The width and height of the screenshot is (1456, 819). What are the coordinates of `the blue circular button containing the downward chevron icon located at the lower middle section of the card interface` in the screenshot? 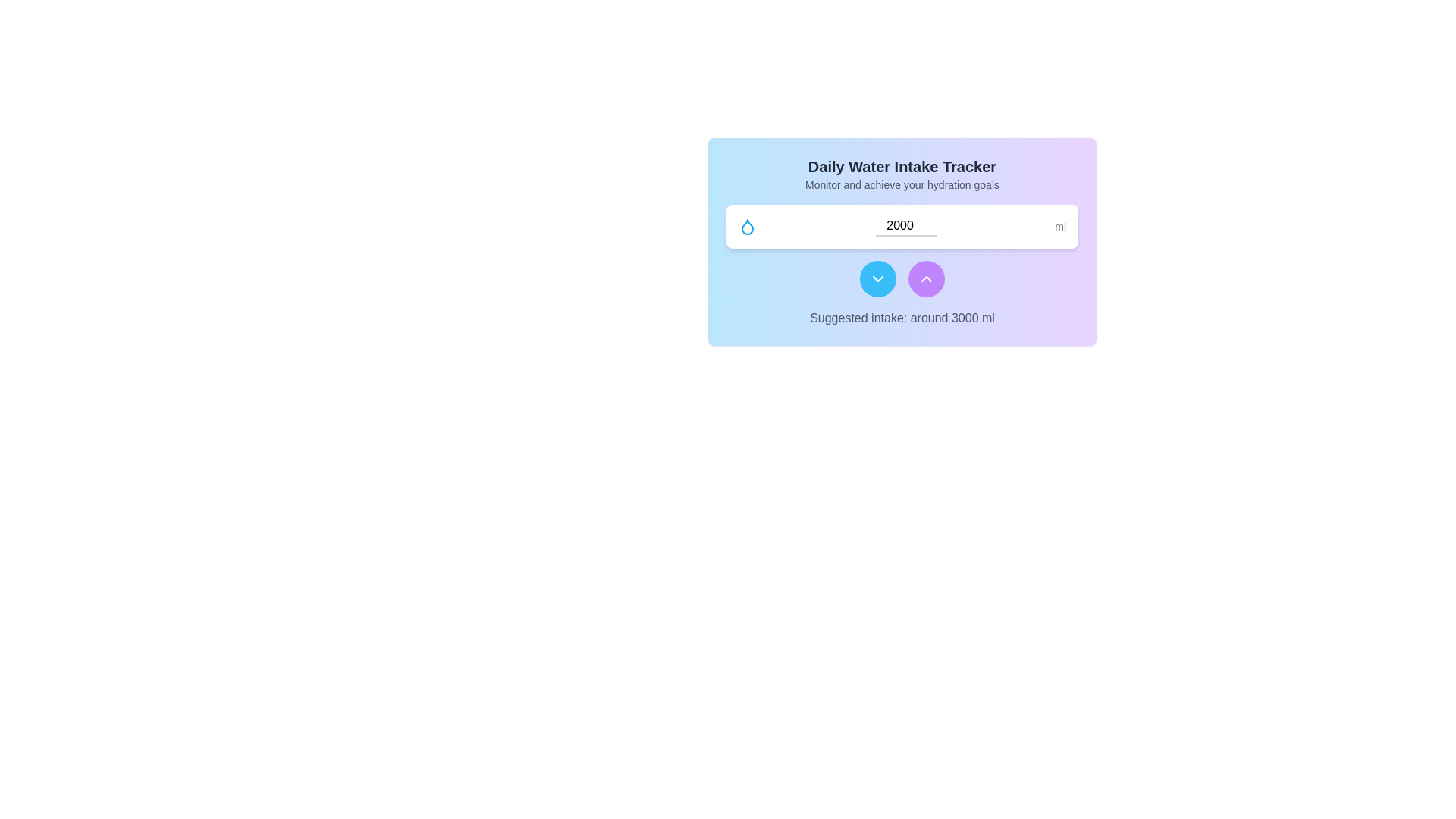 It's located at (877, 278).